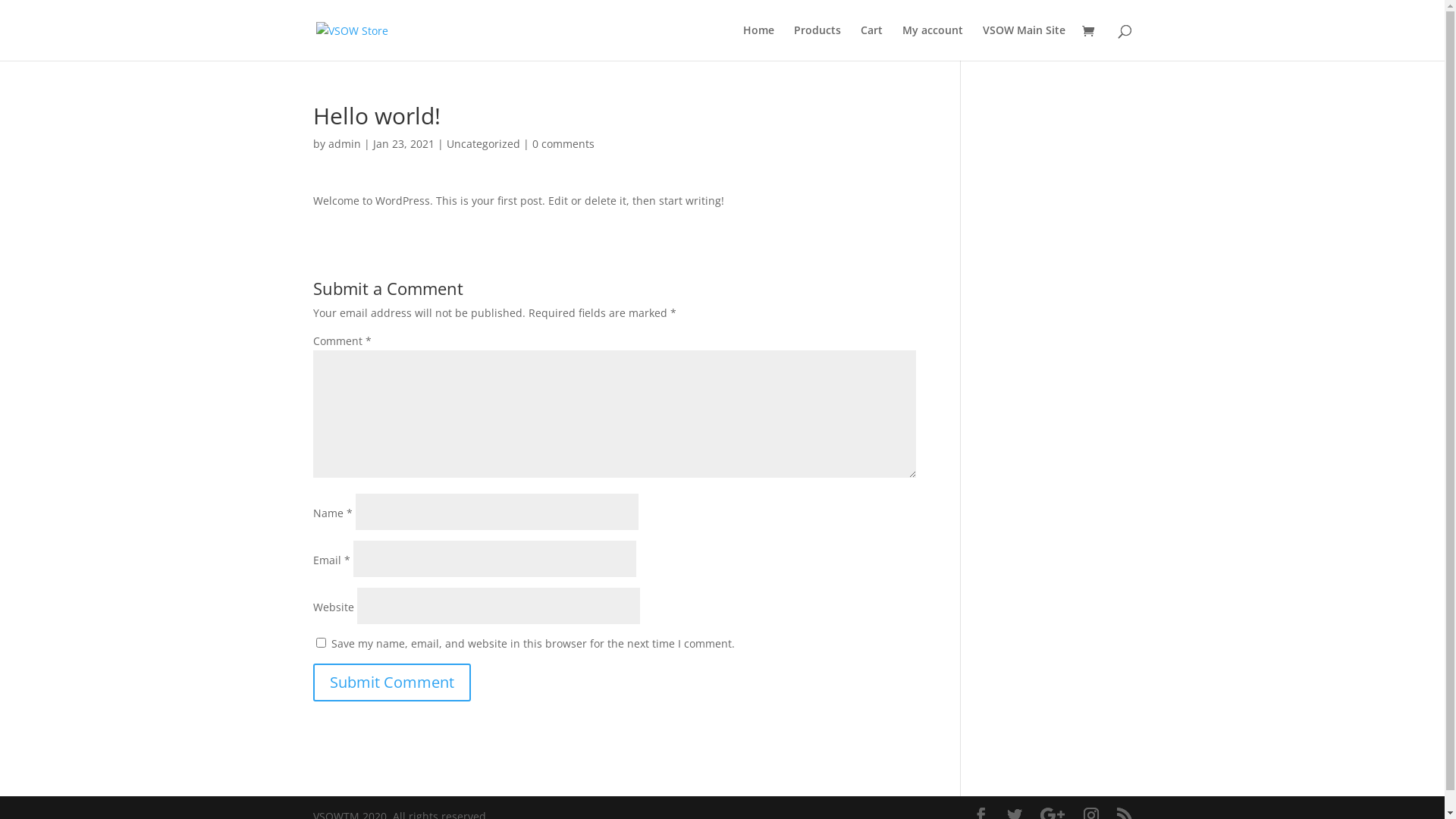  I want to click on 'admin', so click(343, 143).